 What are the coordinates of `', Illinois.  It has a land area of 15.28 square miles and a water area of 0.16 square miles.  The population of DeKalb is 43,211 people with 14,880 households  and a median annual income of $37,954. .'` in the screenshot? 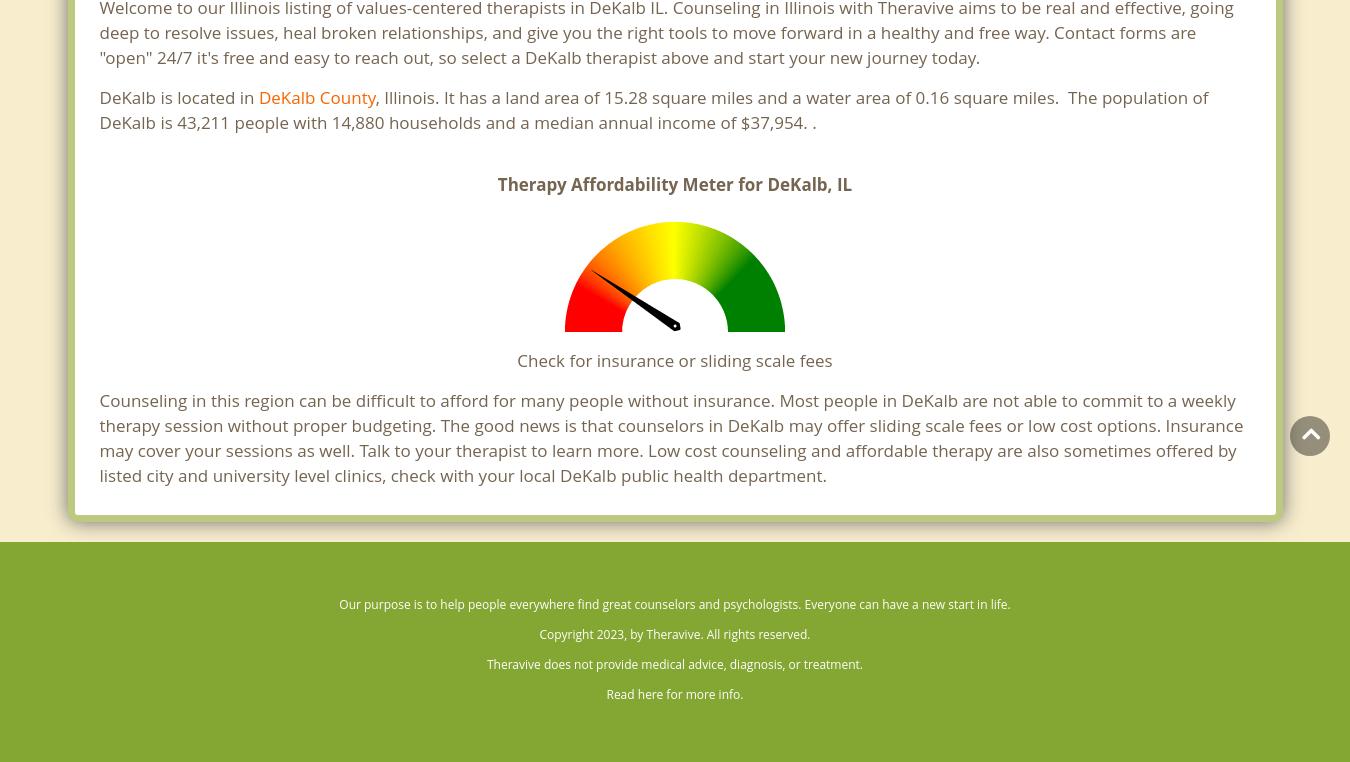 It's located at (653, 110).